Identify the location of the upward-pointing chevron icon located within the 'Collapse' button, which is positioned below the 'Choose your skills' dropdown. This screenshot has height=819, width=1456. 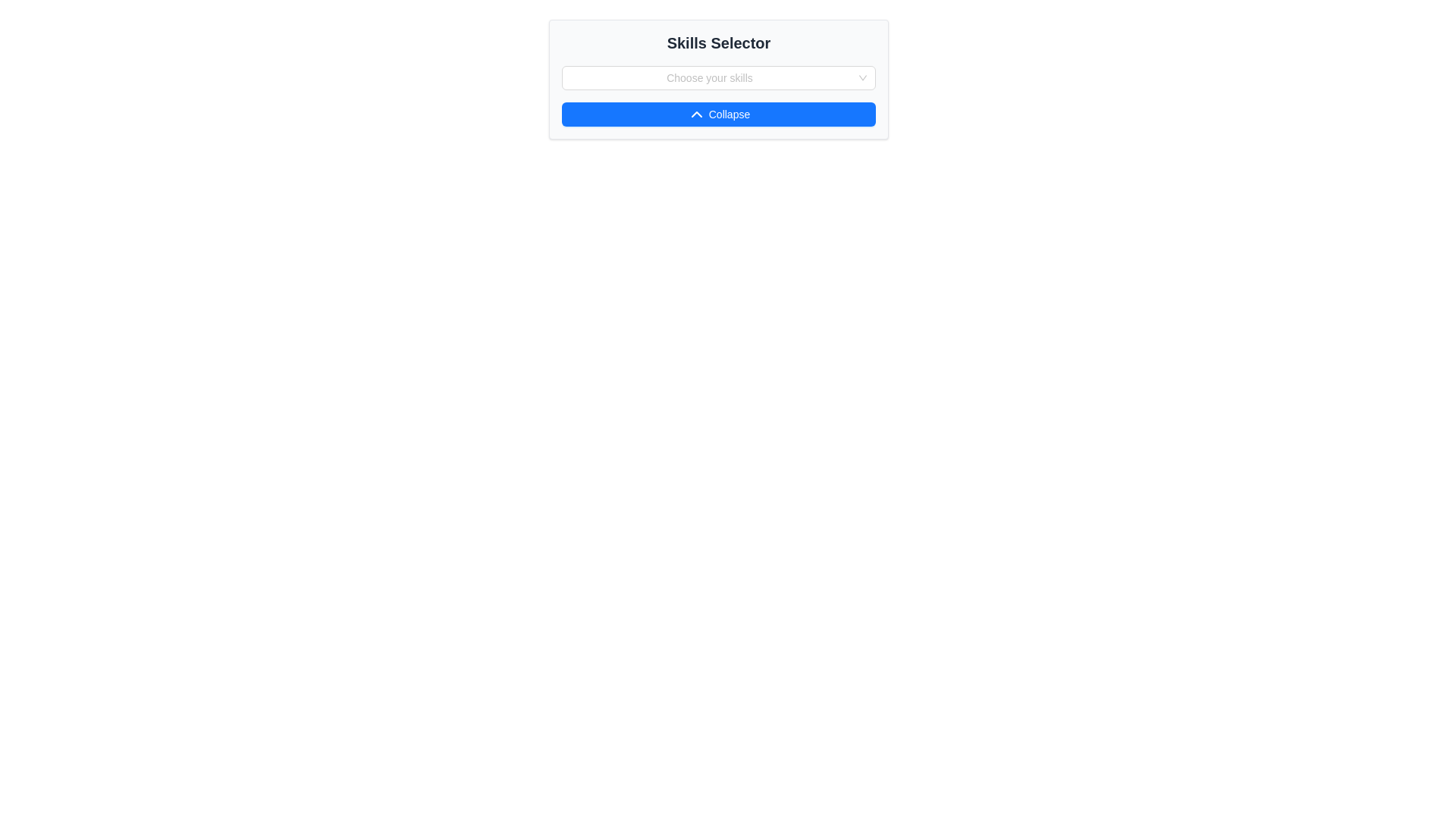
(695, 113).